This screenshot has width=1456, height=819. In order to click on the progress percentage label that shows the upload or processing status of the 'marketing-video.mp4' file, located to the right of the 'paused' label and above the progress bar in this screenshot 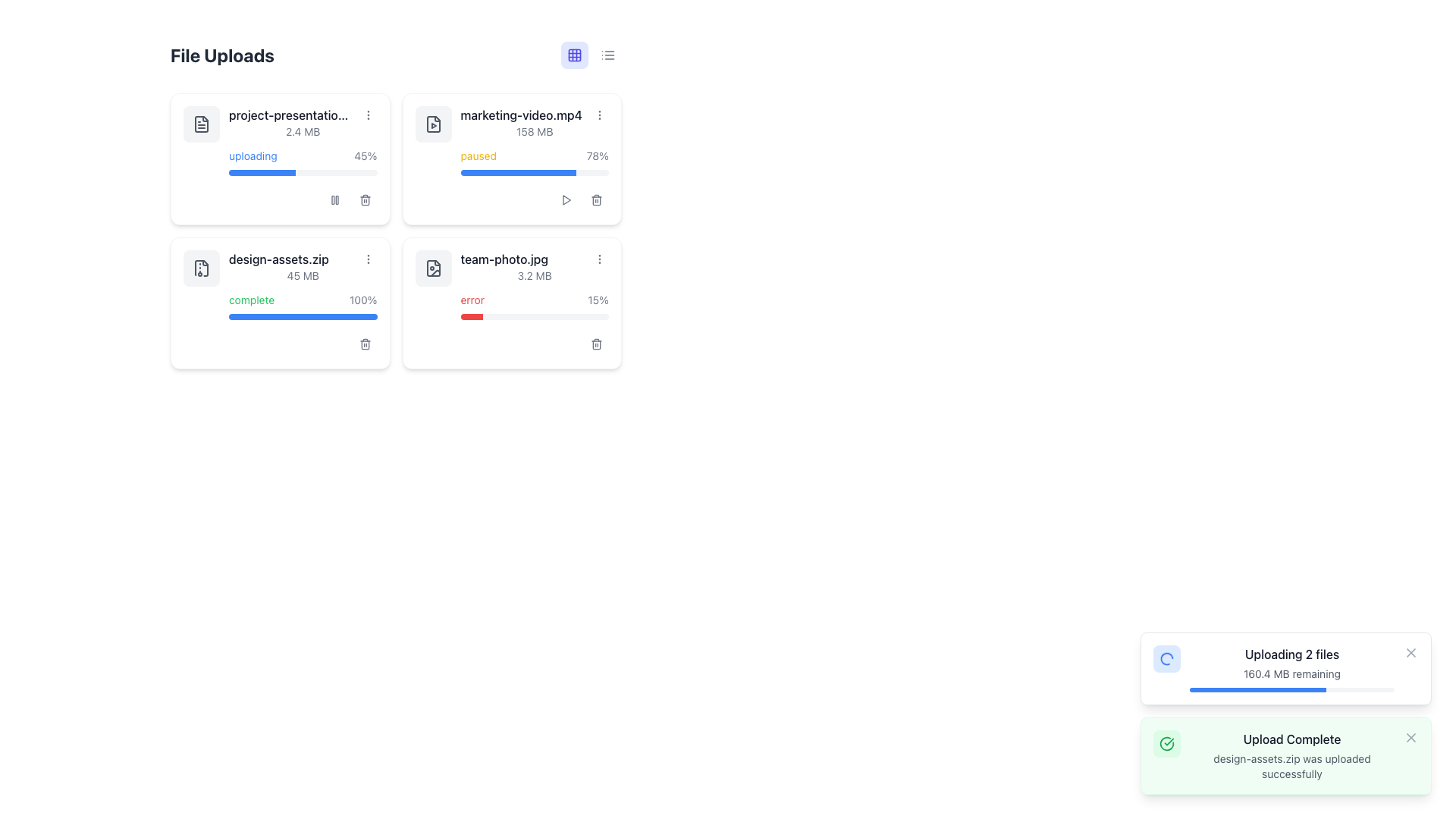, I will do `click(597, 155)`.